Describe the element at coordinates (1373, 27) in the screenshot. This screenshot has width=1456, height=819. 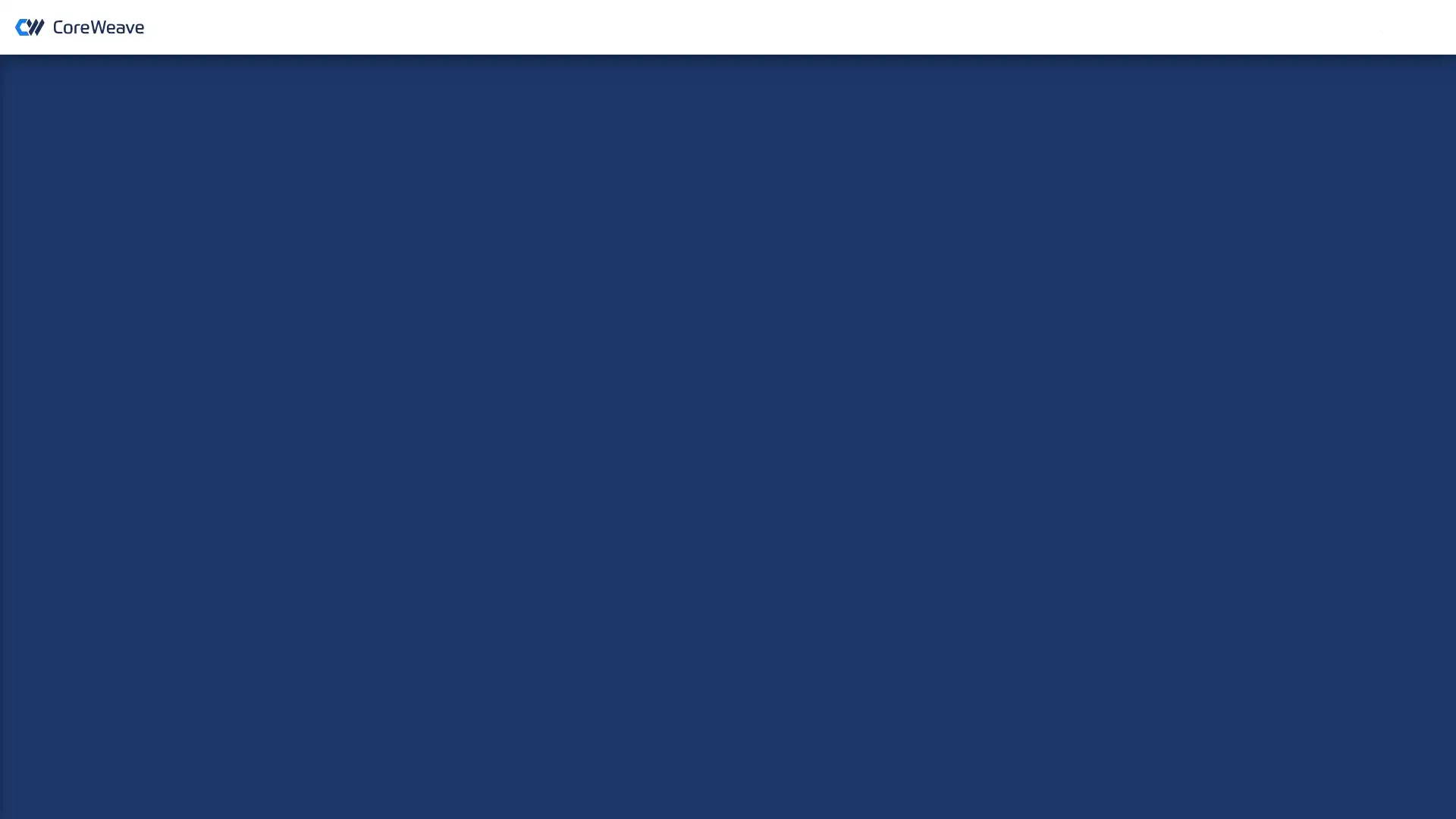
I see `REQUEST AN ACCOUNT` at that location.